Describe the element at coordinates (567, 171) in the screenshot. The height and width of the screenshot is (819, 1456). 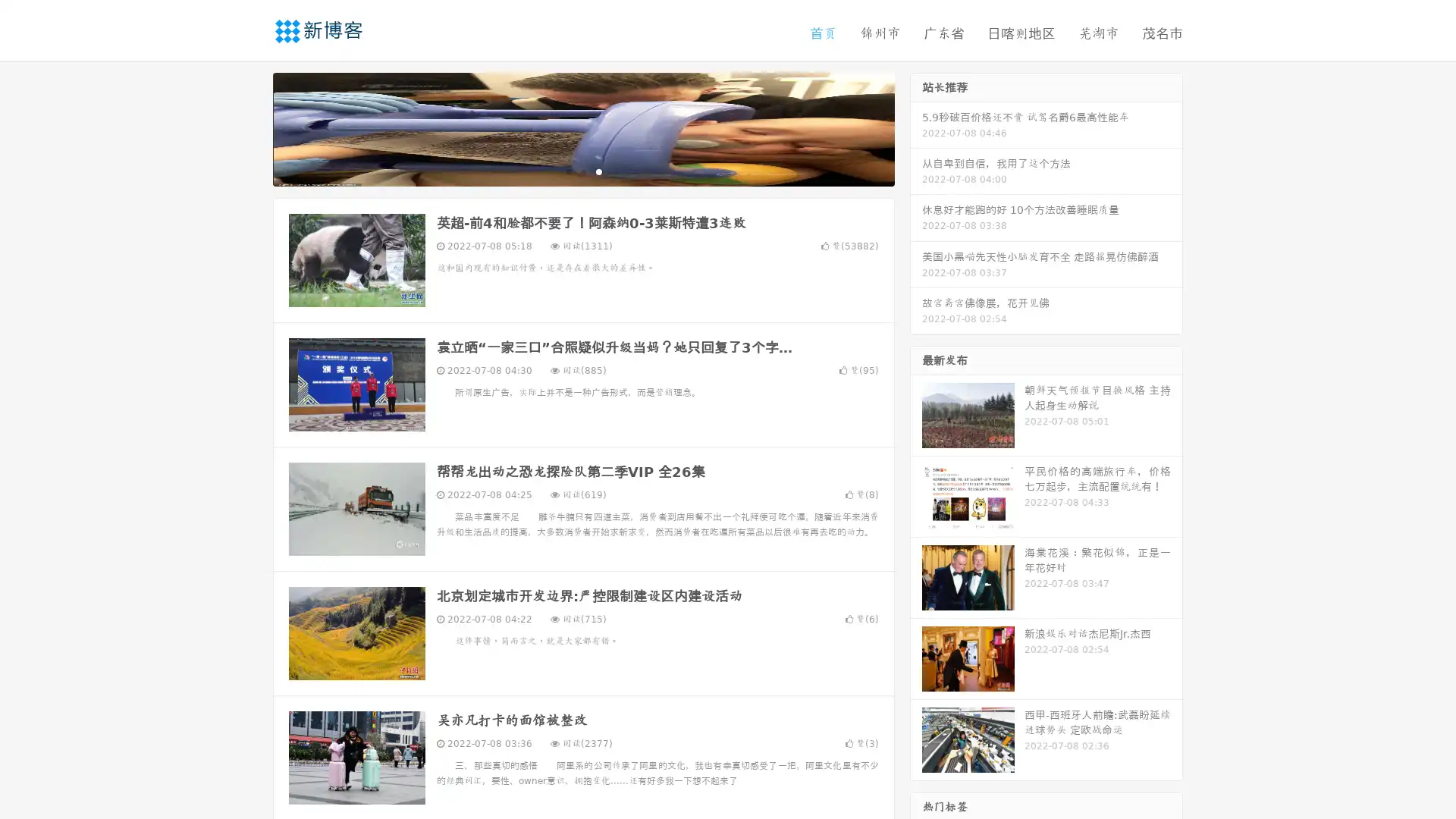
I see `Go to slide 1` at that location.